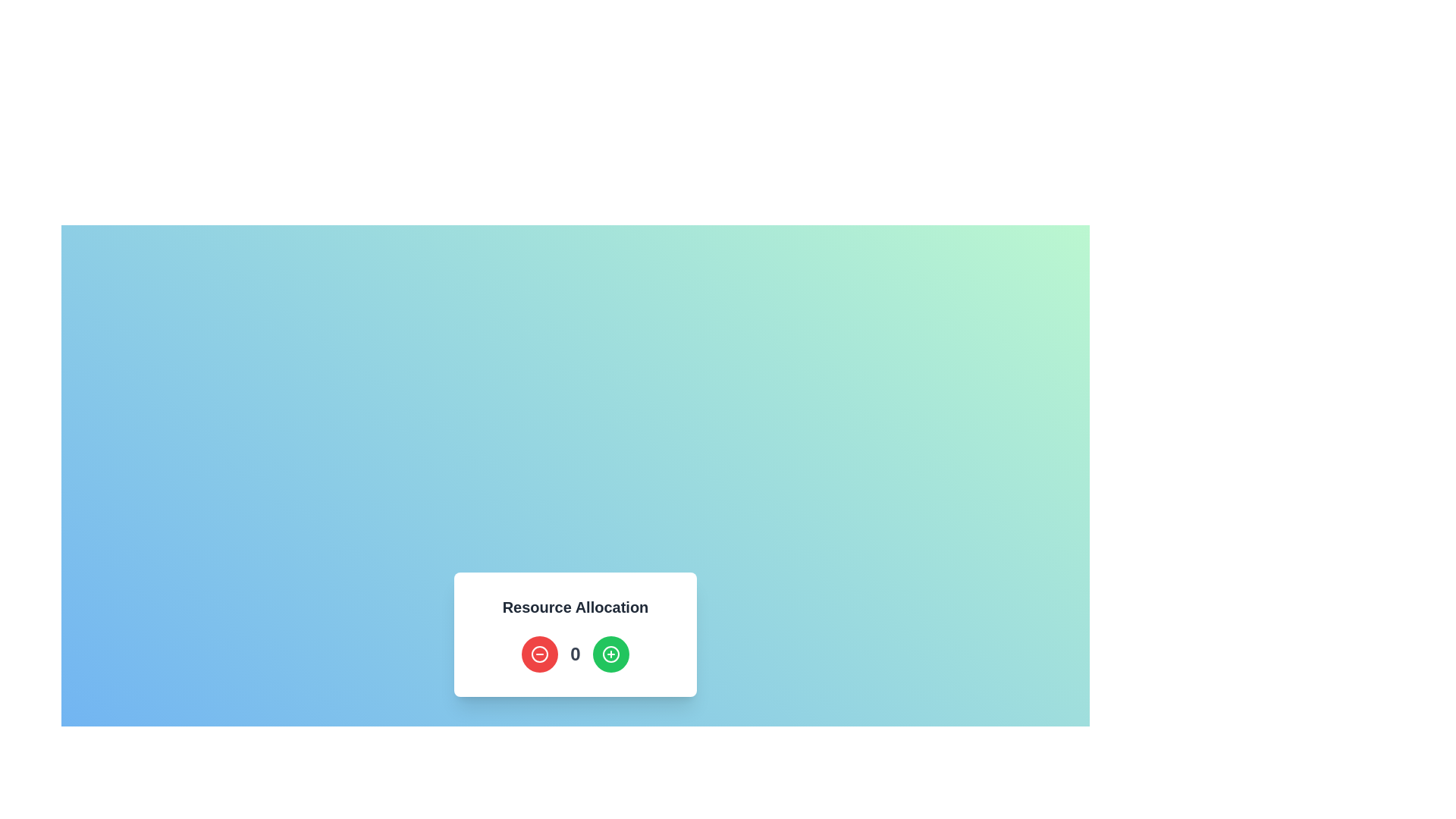  What do you see at coordinates (540, 654) in the screenshot?
I see `the interactive decrement button located at the leftmost position under the 'Resource Allocation' header to navigate` at bounding box center [540, 654].